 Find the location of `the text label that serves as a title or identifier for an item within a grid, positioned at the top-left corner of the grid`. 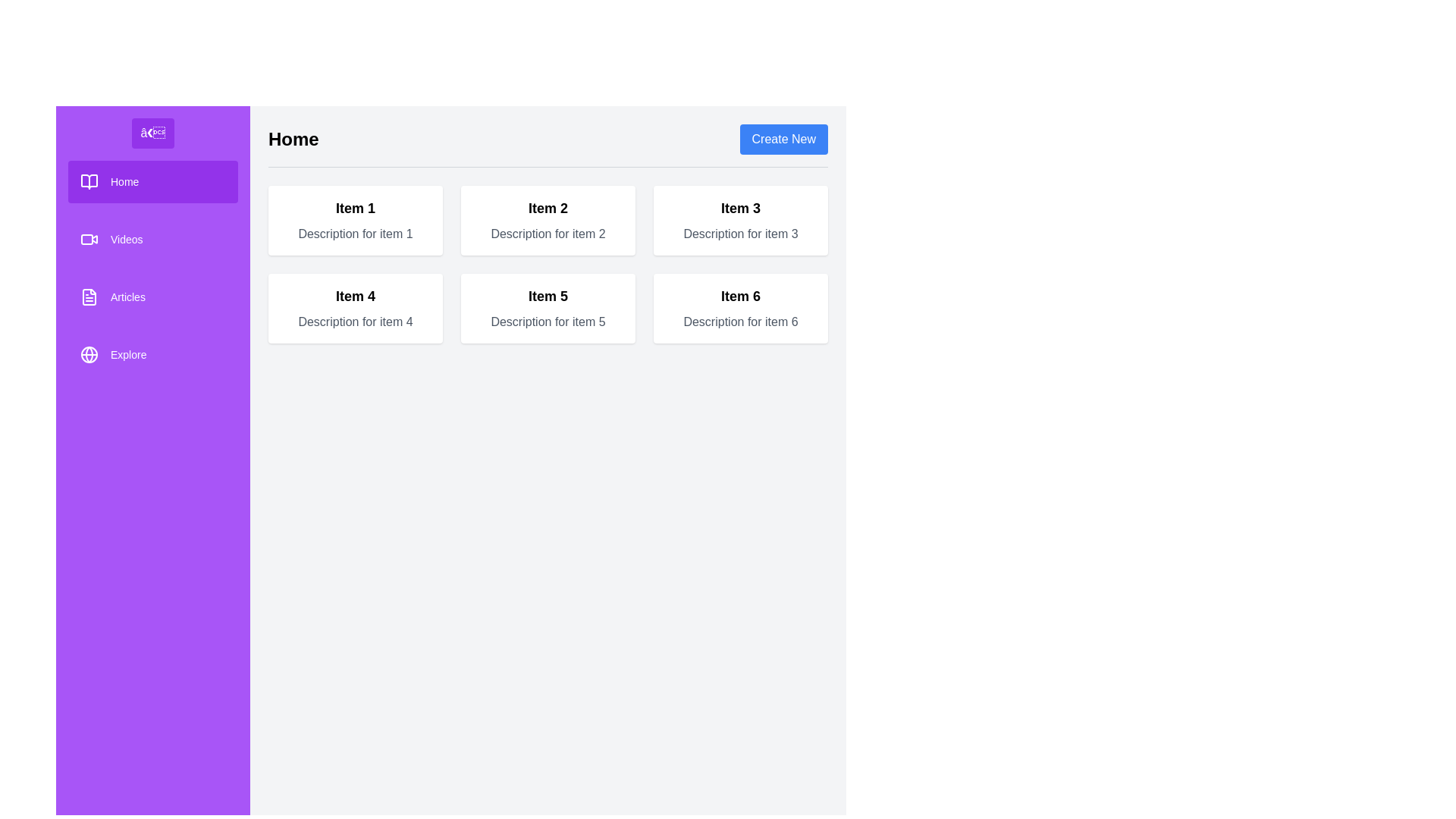

the text label that serves as a title or identifier for an item within a grid, positioned at the top-left corner of the grid is located at coordinates (355, 208).